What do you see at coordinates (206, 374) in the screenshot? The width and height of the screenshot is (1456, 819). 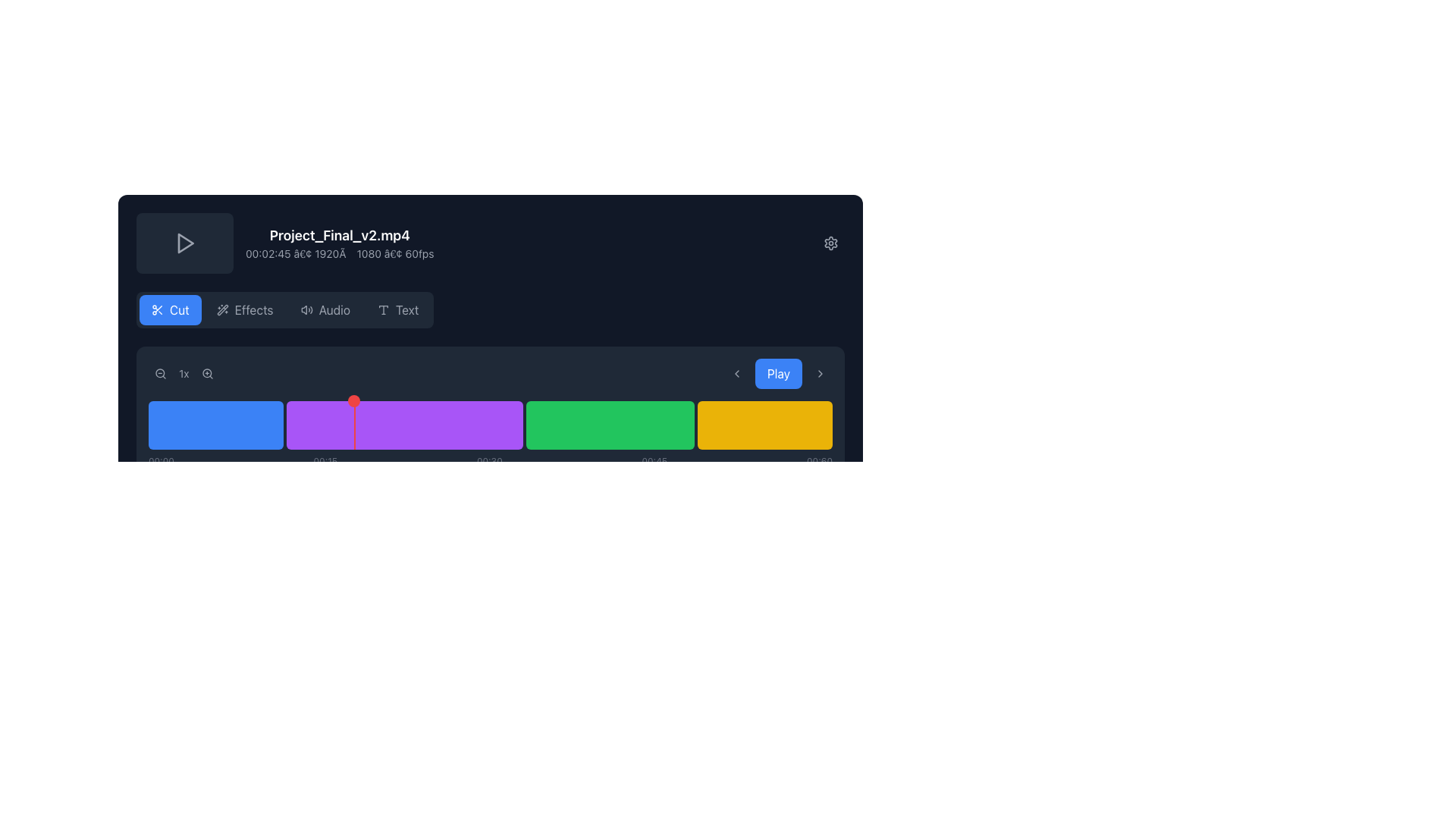 I see `the magnifying glass icon with a plus sign` at bounding box center [206, 374].